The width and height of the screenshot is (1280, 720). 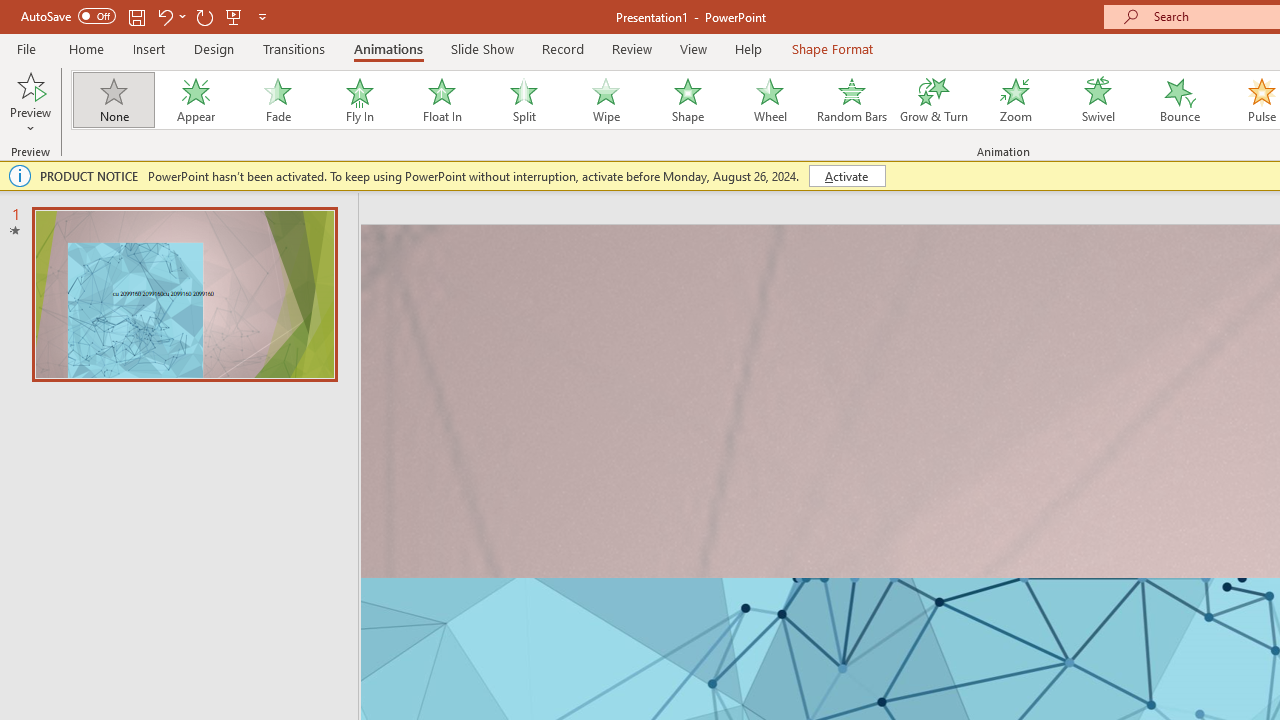 I want to click on 'Swivel', so click(x=1097, y=100).